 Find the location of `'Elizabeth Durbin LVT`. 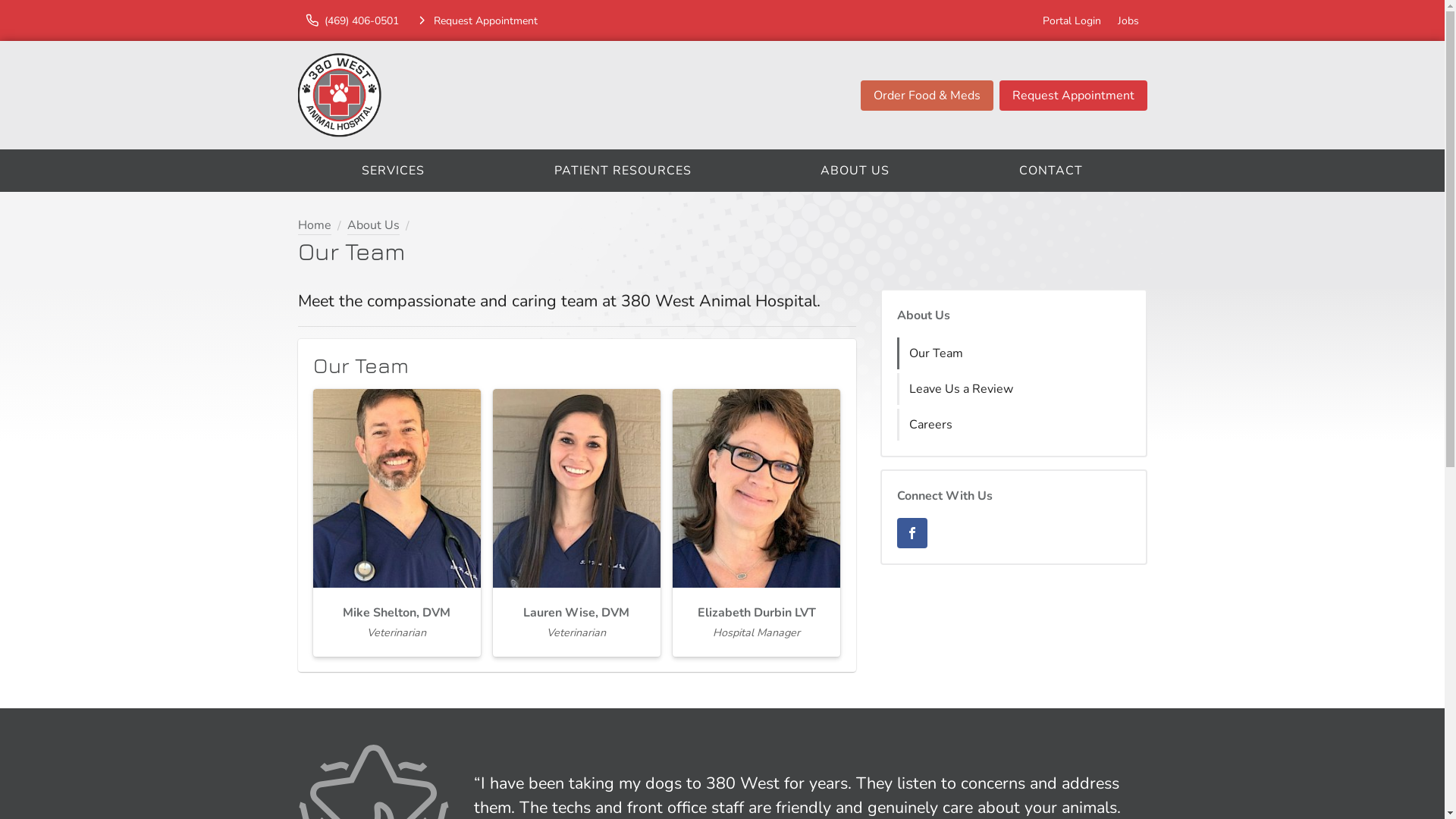

'Elizabeth Durbin LVT is located at coordinates (756, 522).